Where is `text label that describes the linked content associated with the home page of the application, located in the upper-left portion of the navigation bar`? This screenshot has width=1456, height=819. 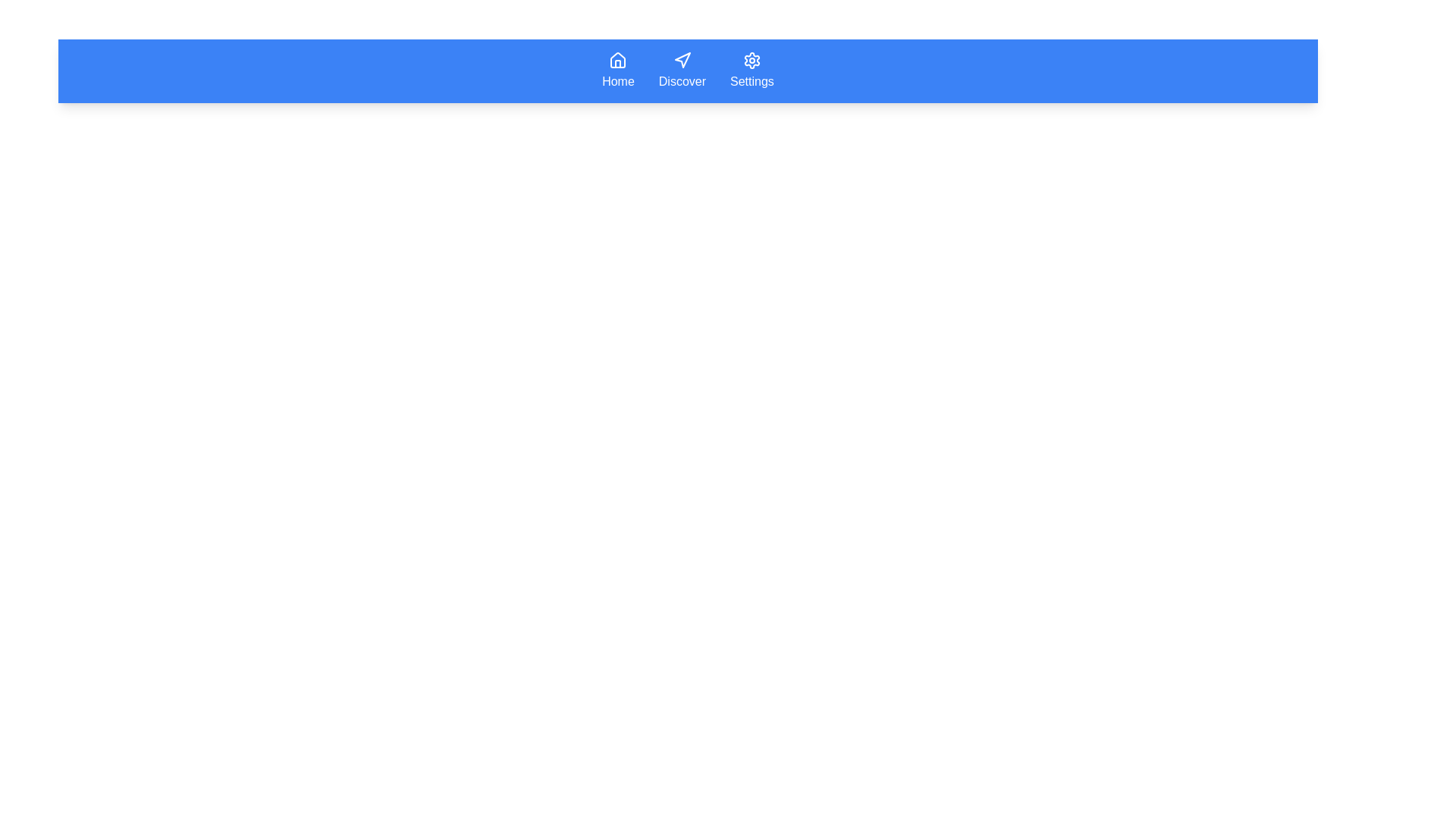
text label that describes the linked content associated with the home page of the application, located in the upper-left portion of the navigation bar is located at coordinates (618, 82).